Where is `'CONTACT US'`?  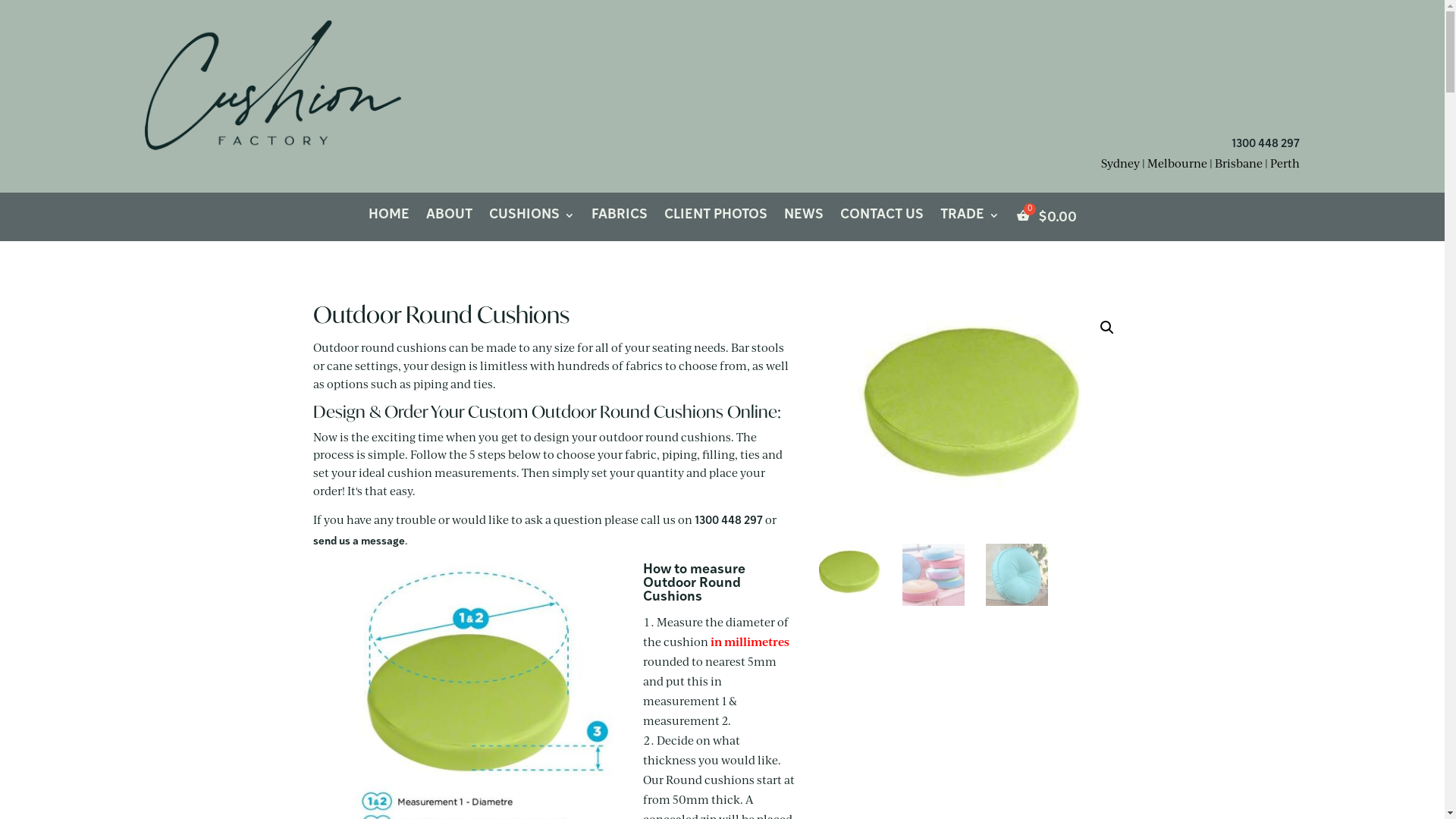 'CONTACT US' is located at coordinates (839, 219).